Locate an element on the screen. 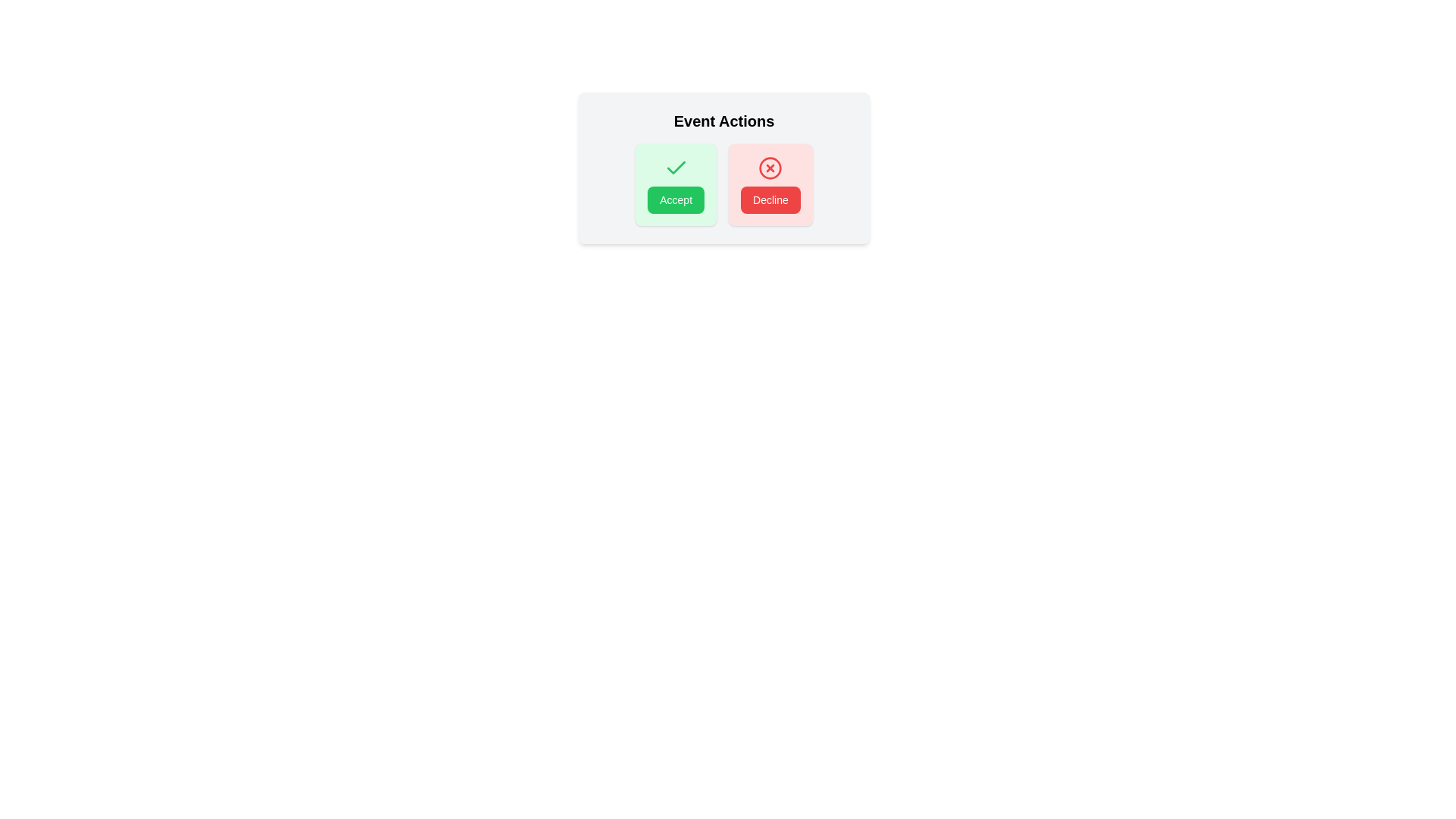  the 'Decline' icon, which visually represents the action of declining or rejecting, located at the center of the 'Decline' button in the bottom-right area of the dialog box is located at coordinates (770, 168).